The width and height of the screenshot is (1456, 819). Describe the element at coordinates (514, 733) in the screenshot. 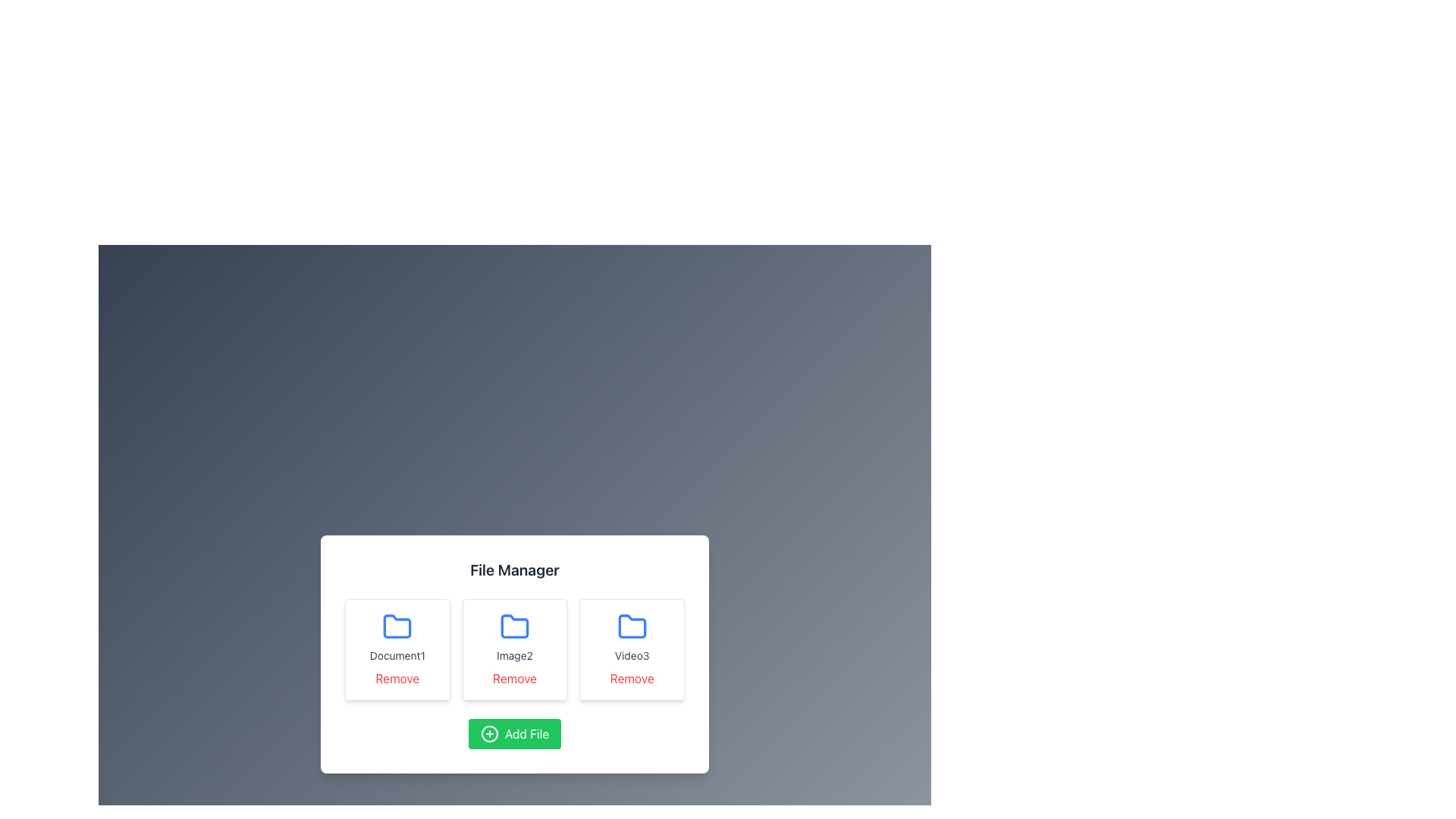

I see `the 'Add File' button with a green background and white text, which is located within the 'File Manager' card` at that location.